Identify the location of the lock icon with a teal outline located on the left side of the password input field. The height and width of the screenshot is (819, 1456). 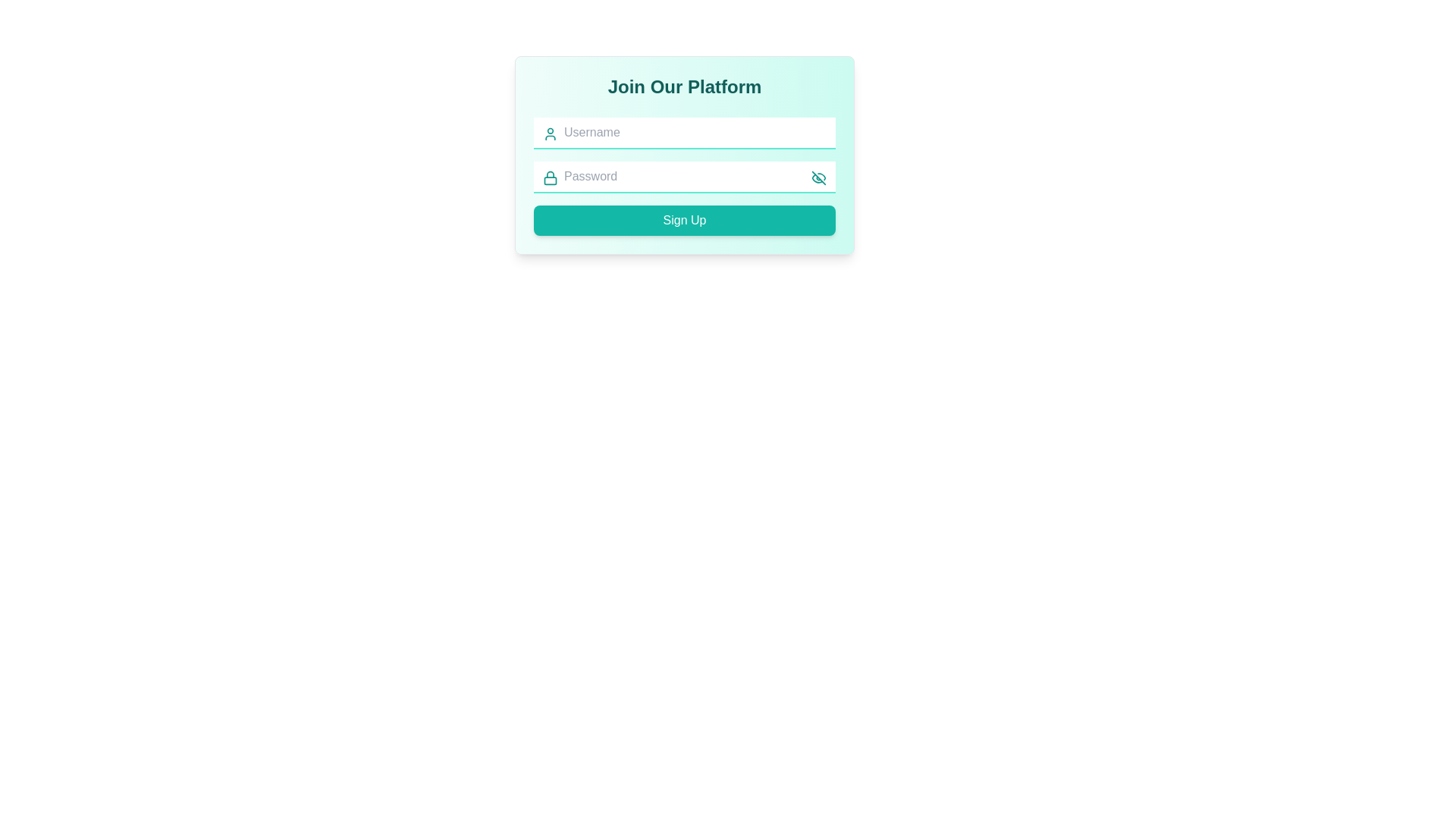
(549, 177).